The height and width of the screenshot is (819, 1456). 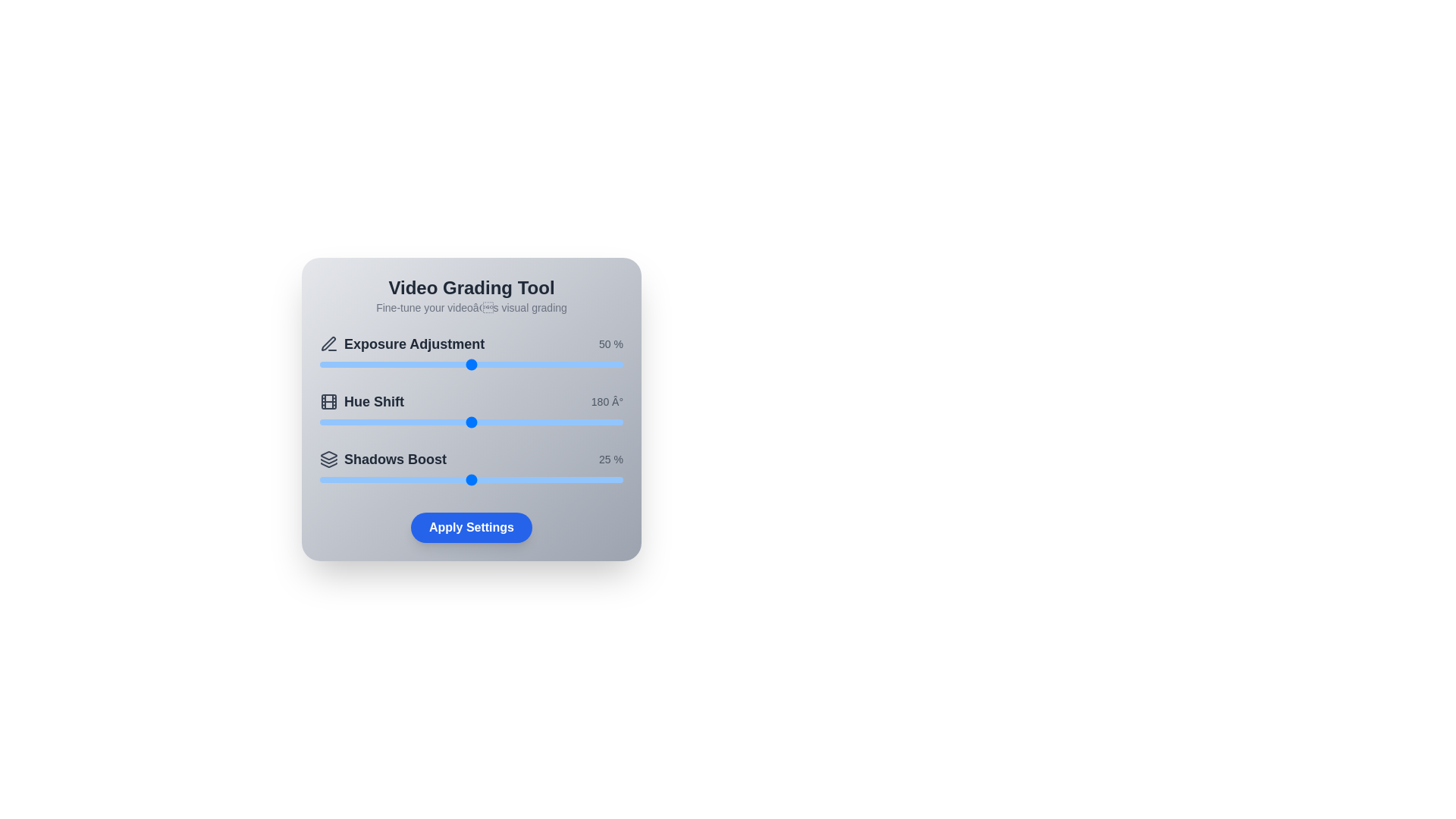 What do you see at coordinates (567, 422) in the screenshot?
I see `the hue shift` at bounding box center [567, 422].